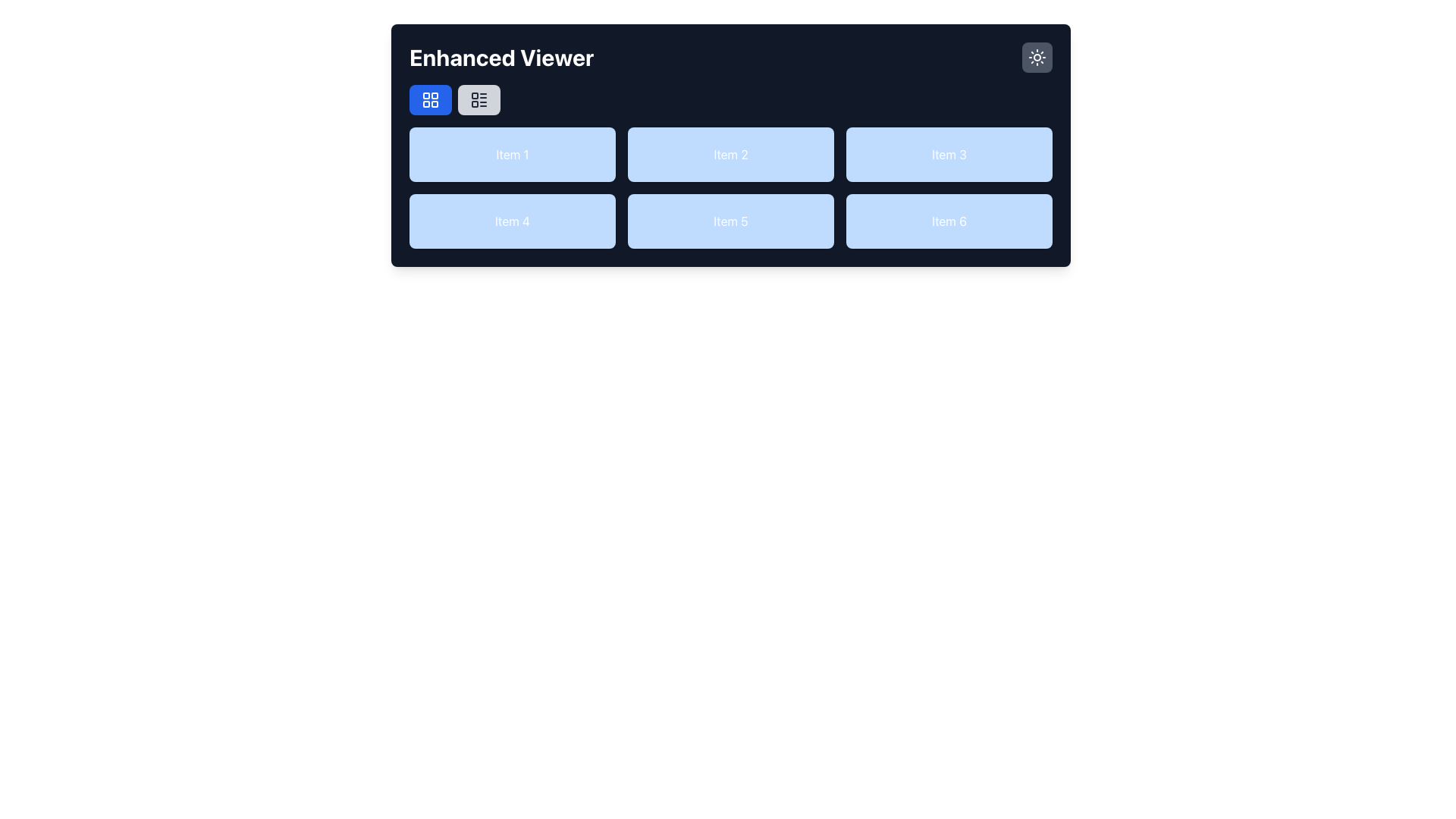  I want to click on the layout switching button located in the toolbar section at the top of the interface, which is the second button from the left, so click(479, 99).